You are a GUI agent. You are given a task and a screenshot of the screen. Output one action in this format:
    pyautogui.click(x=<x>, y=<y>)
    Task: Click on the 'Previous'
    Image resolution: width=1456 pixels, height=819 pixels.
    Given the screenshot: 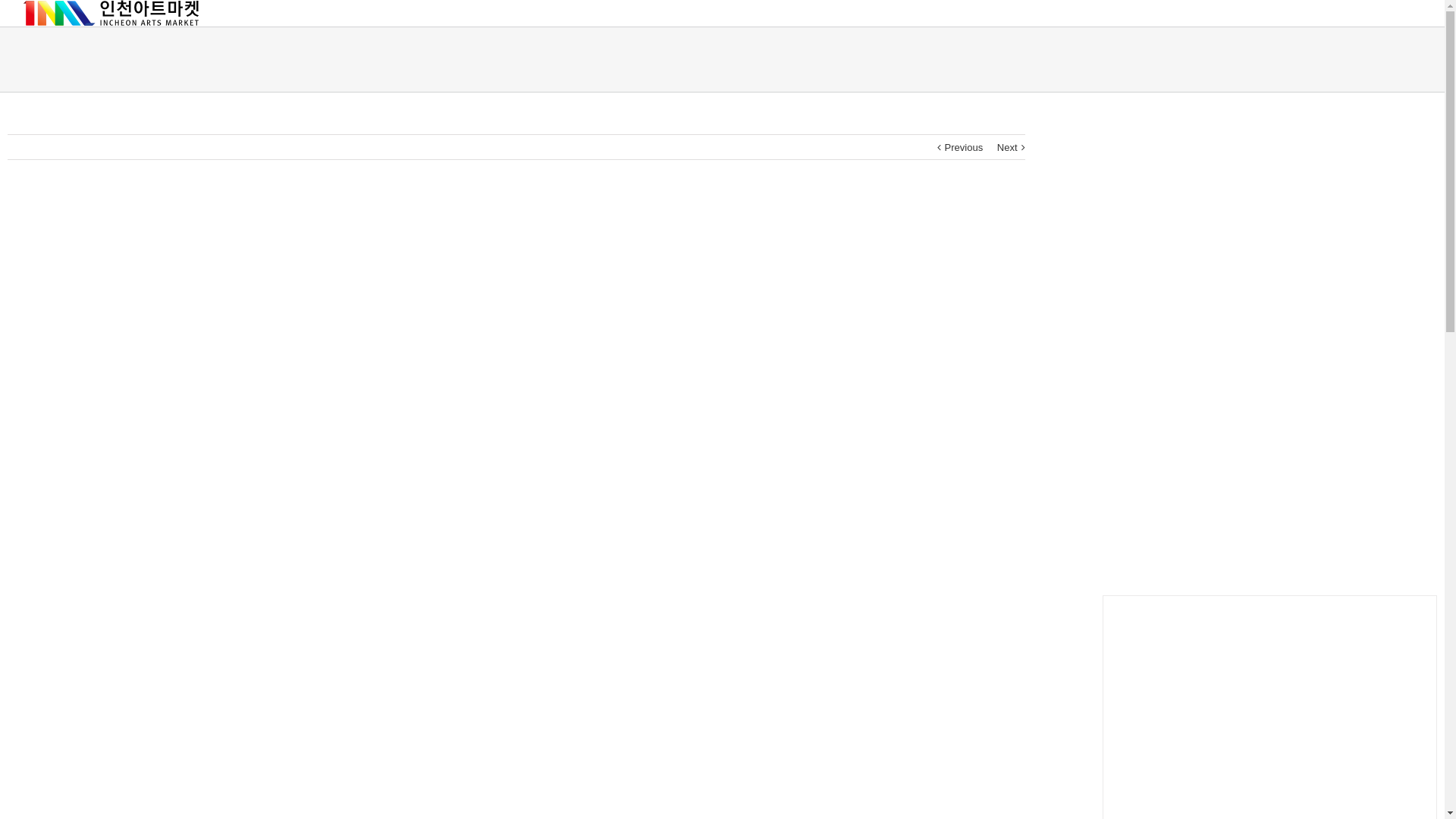 What is the action you would take?
    pyautogui.click(x=963, y=148)
    